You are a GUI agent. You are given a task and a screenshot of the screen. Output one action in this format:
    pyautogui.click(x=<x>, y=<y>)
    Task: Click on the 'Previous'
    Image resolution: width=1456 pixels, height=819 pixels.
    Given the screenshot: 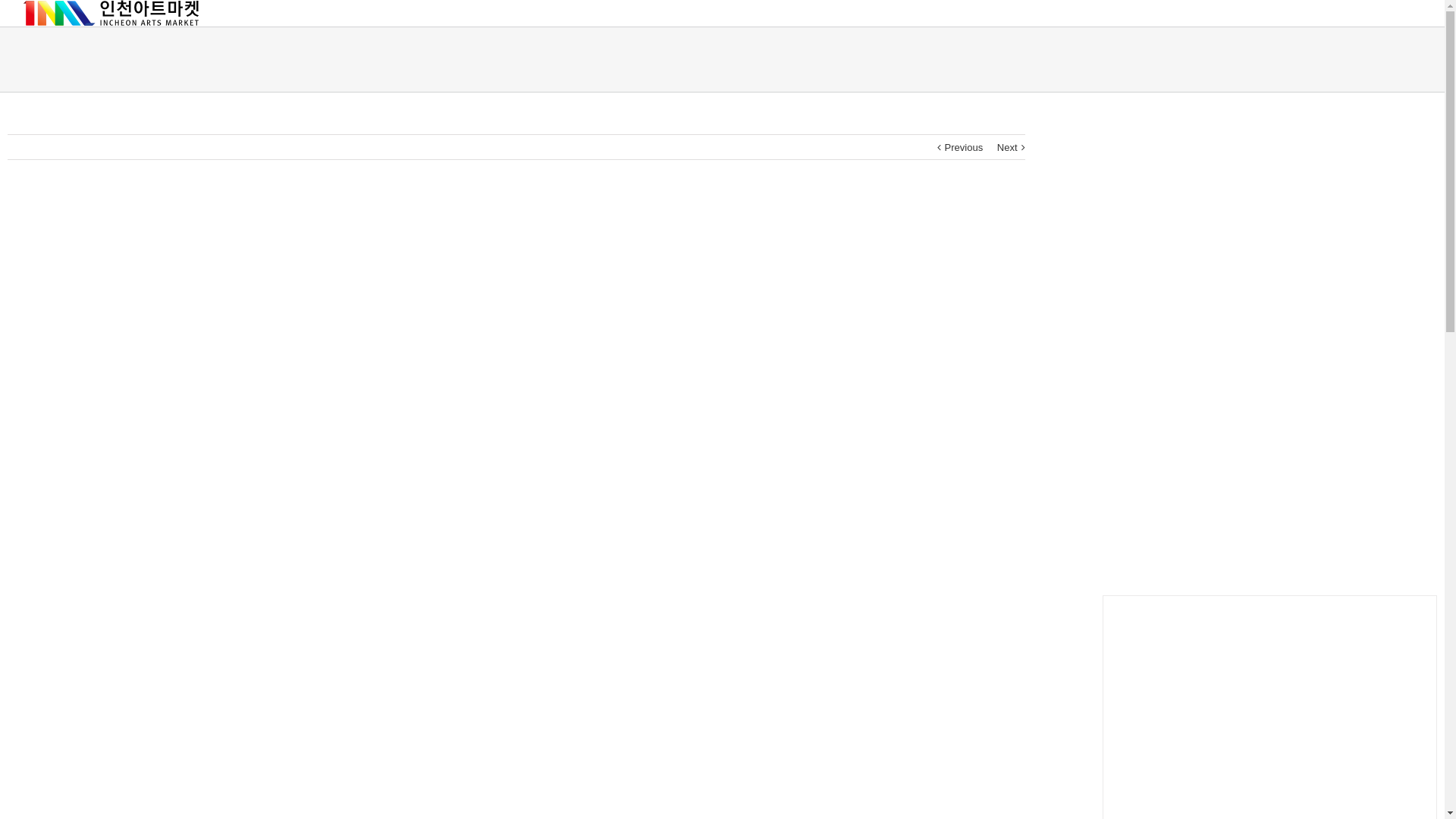 What is the action you would take?
    pyautogui.click(x=963, y=148)
    